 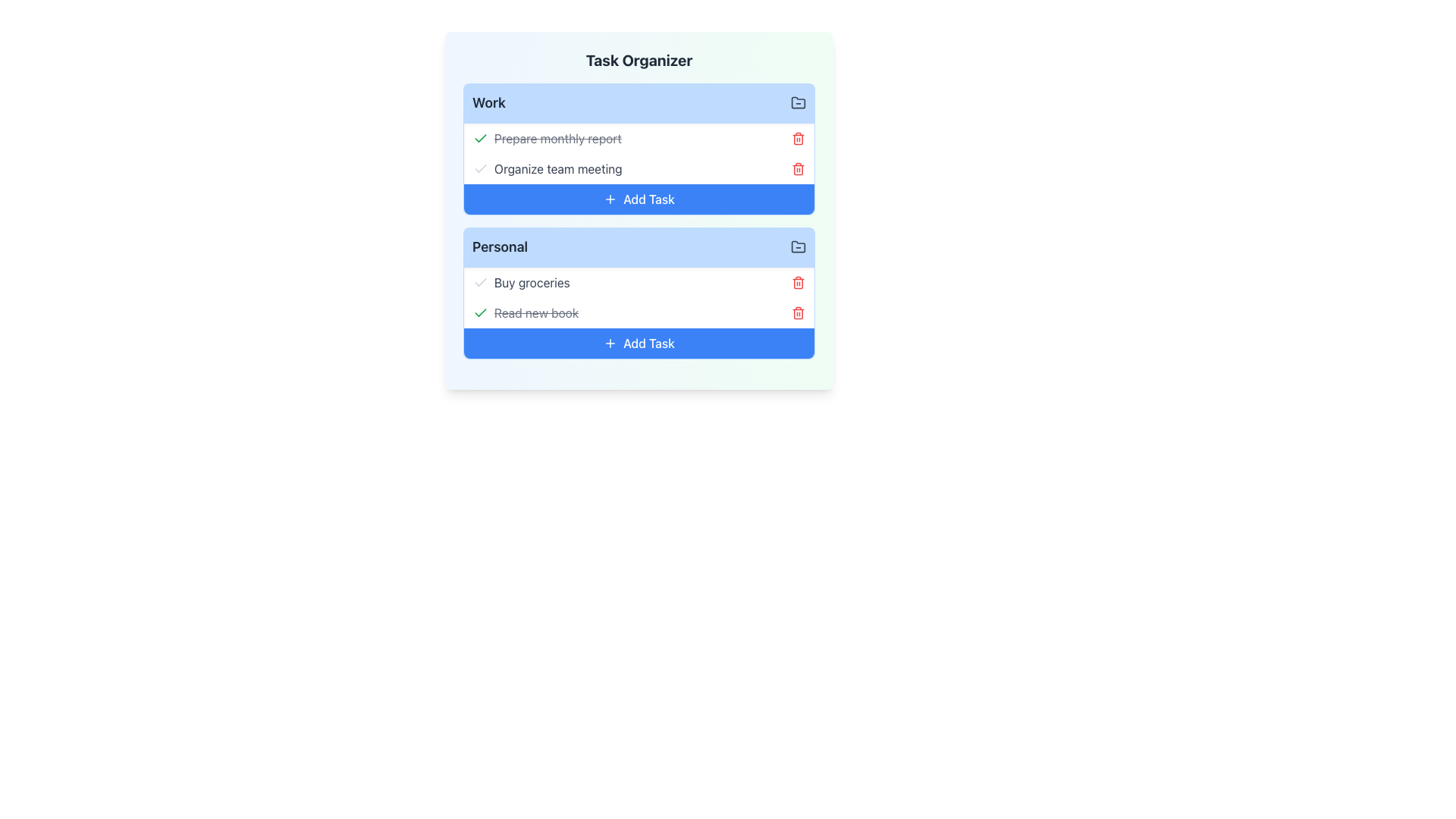 I want to click on the task within the 'Work' section of the Task Manager, so click(x=639, y=149).